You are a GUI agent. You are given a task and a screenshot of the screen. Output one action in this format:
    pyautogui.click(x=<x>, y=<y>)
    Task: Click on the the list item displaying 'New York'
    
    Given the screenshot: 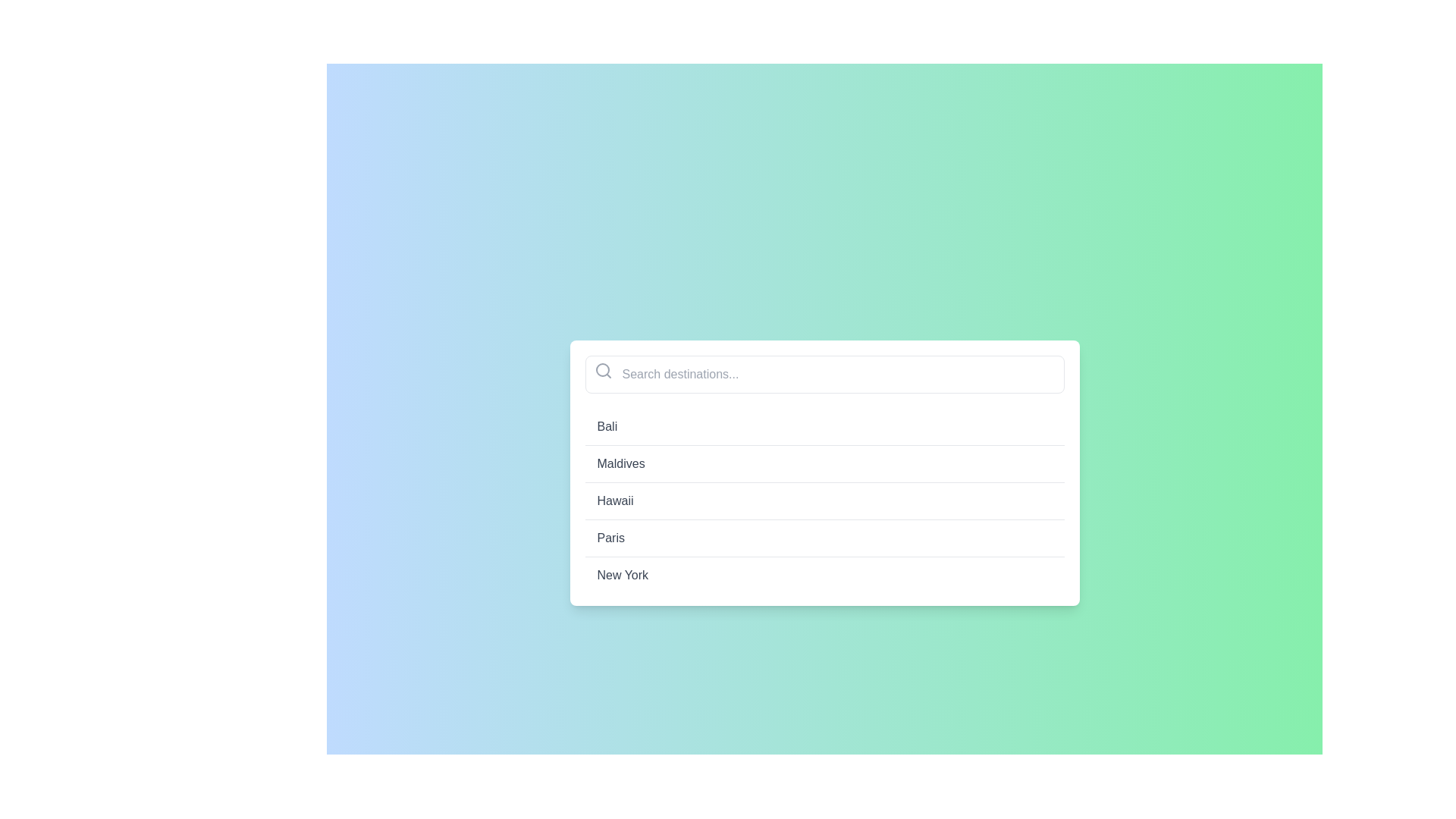 What is the action you would take?
    pyautogui.click(x=824, y=575)
    